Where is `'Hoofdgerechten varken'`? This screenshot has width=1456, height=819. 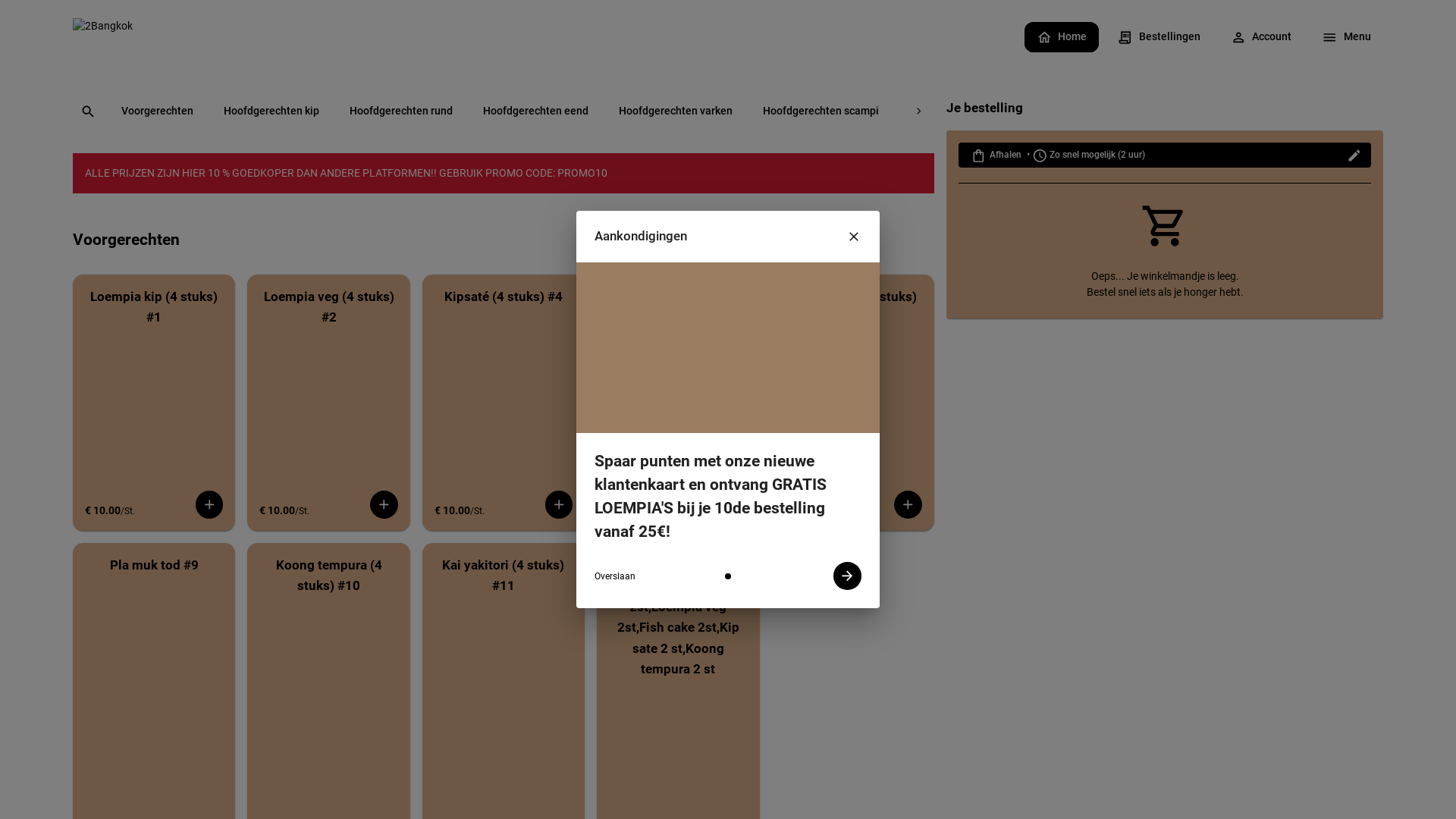 'Hoofdgerechten varken' is located at coordinates (675, 111).